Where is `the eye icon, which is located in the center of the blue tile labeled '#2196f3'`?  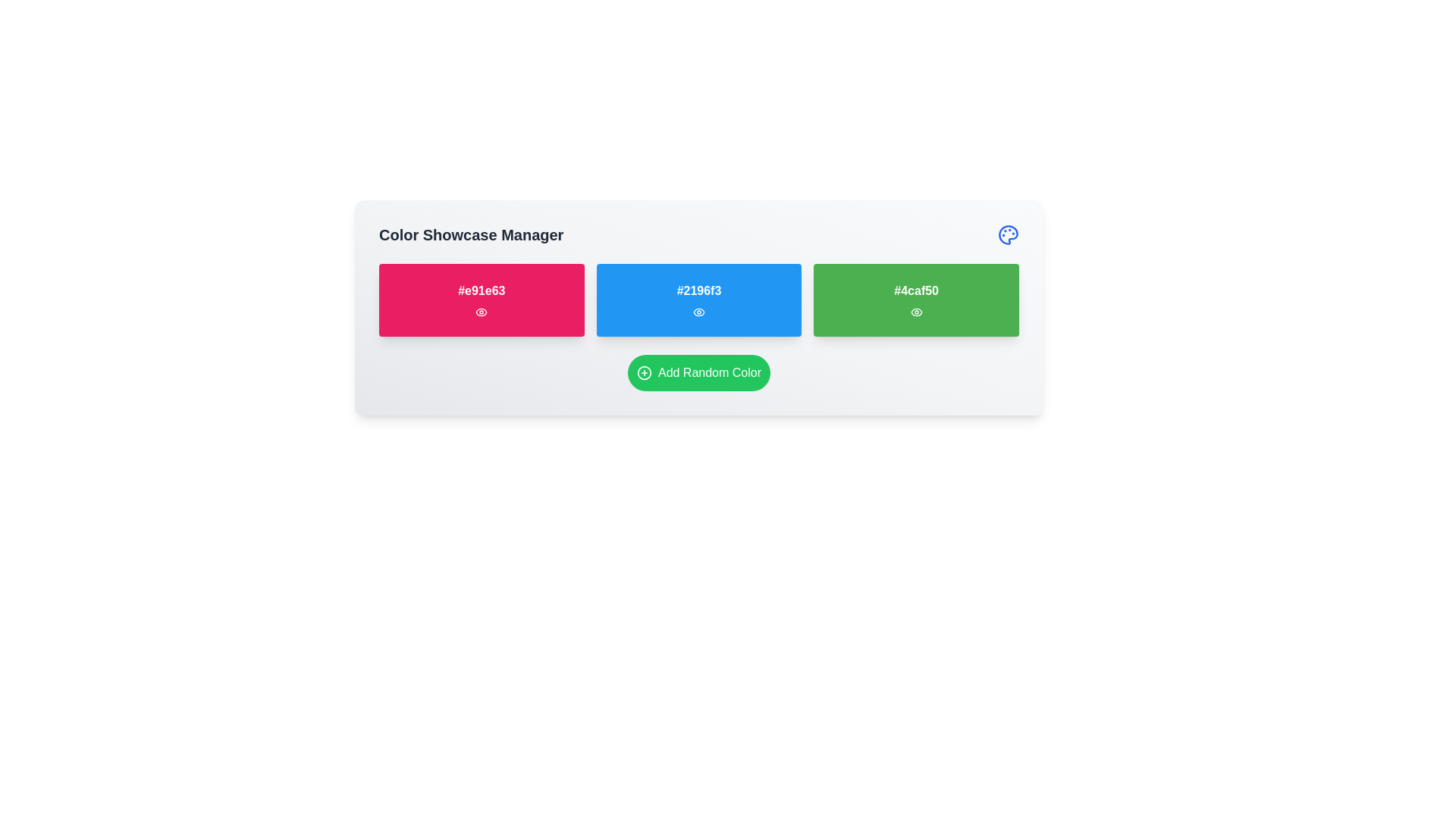
the eye icon, which is located in the center of the blue tile labeled '#2196f3' is located at coordinates (698, 312).